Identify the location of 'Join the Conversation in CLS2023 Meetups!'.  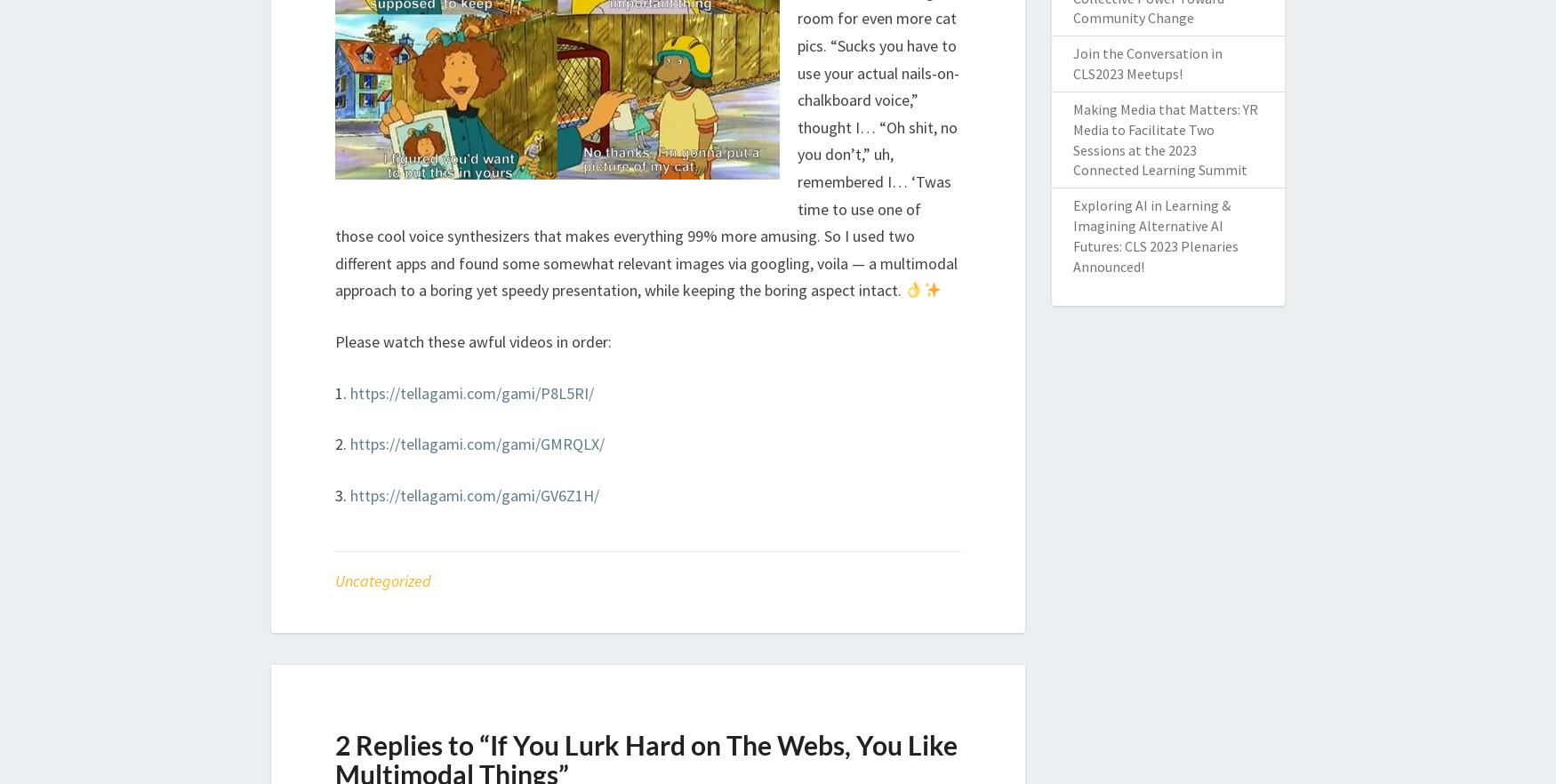
(1145, 63).